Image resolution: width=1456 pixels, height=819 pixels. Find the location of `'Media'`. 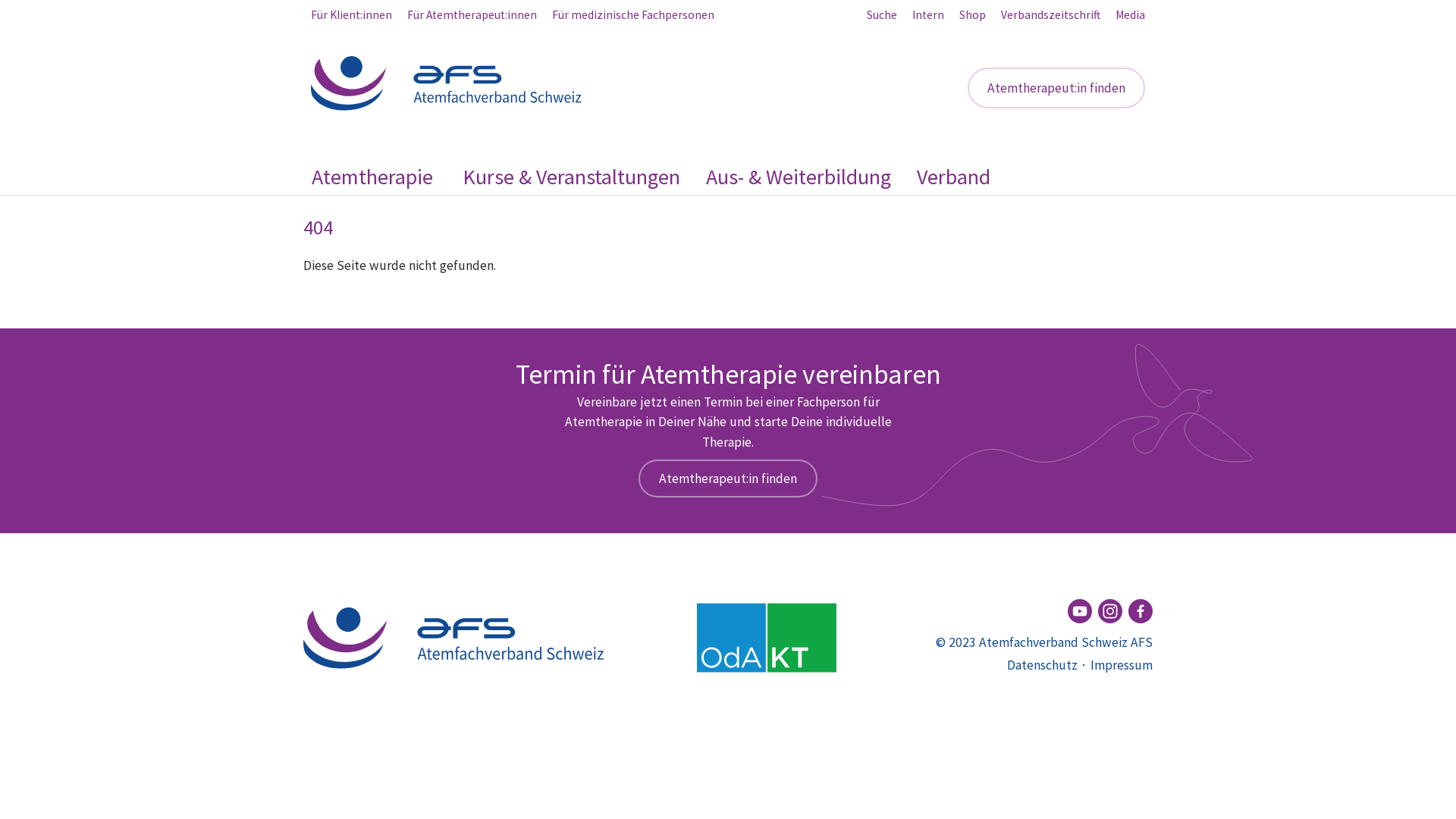

'Media' is located at coordinates (1130, 14).